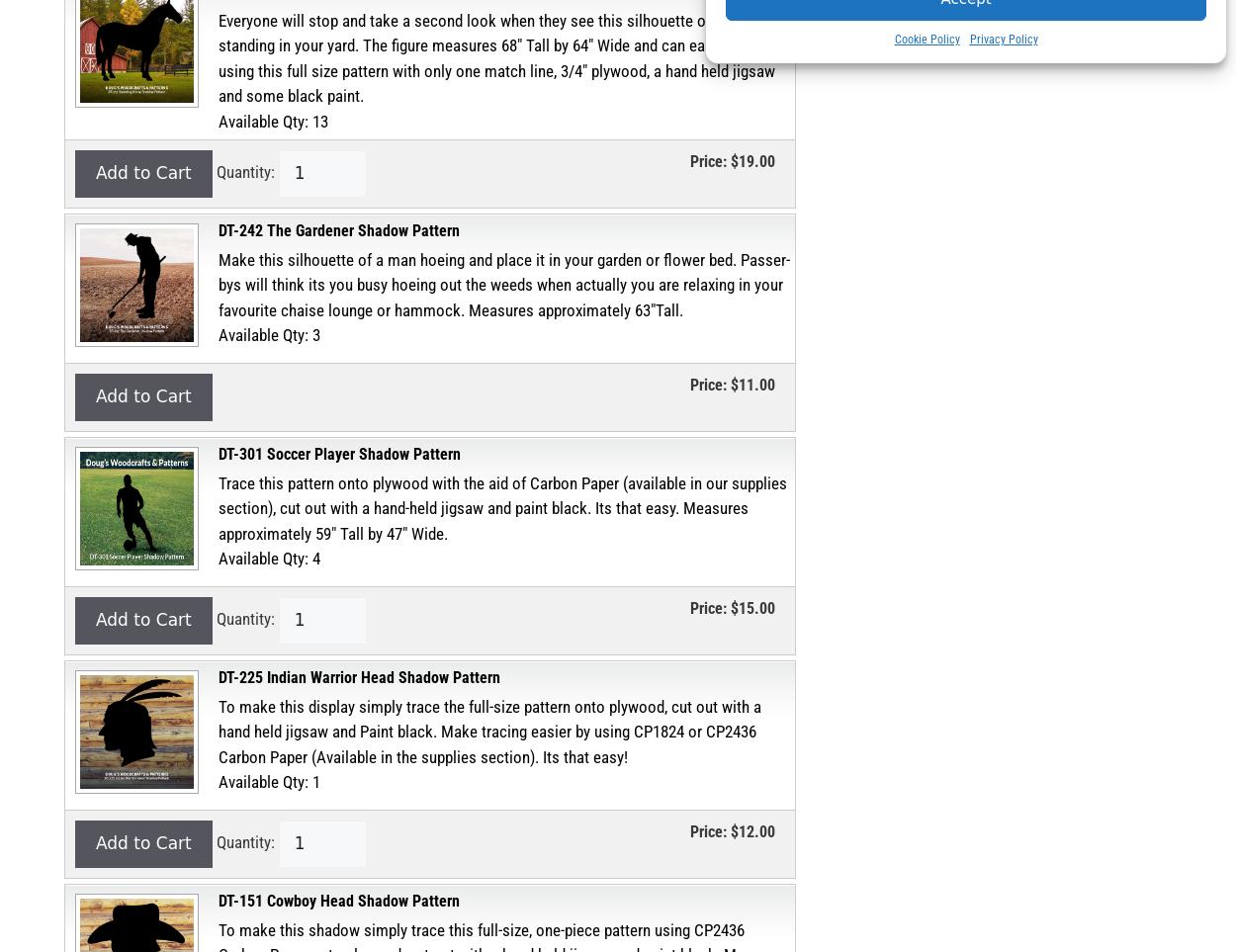  I want to click on 'DT-242  The Gardener Shadow Pattern', so click(338, 229).